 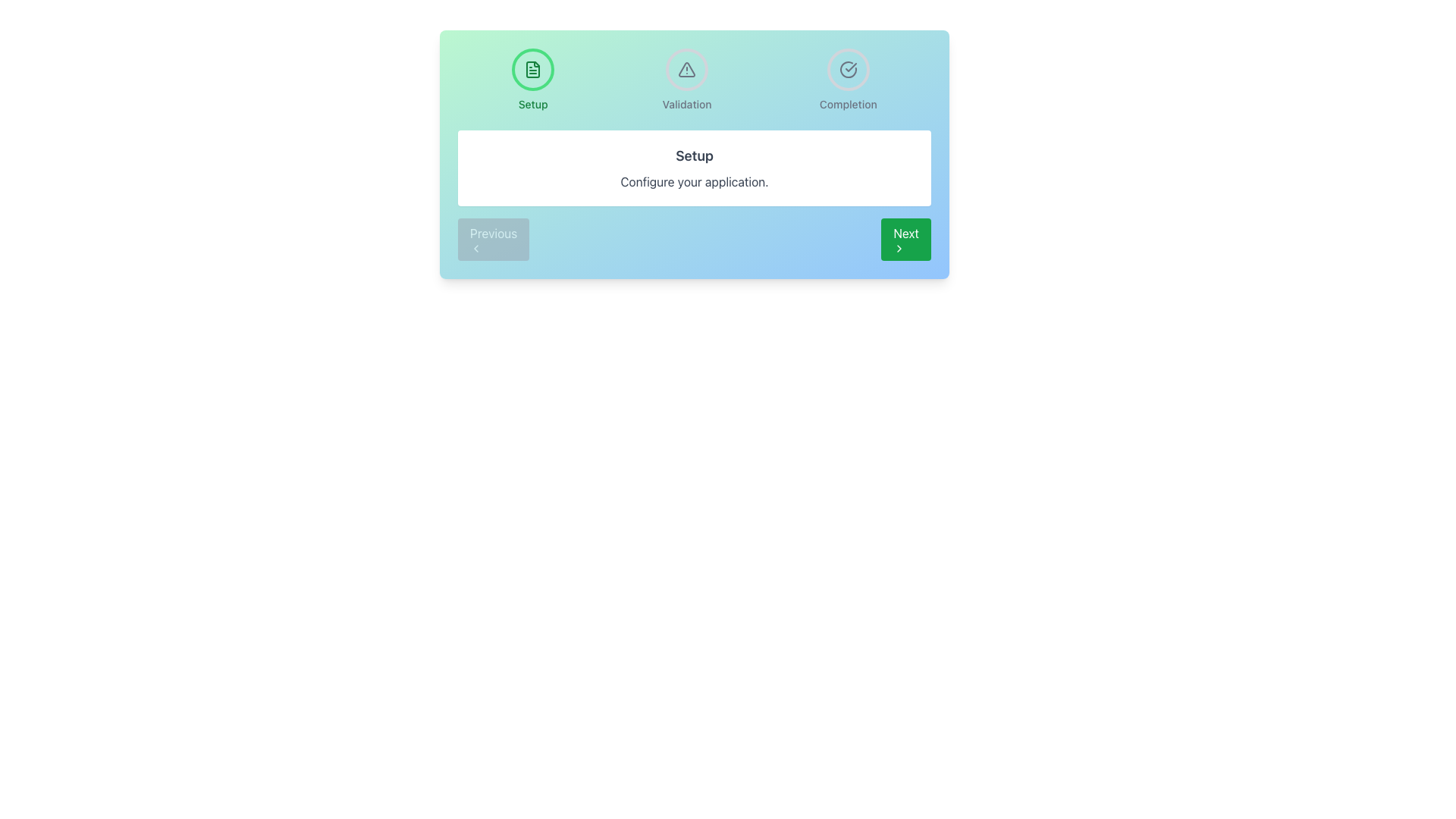 I want to click on the green circular icon labeled 'Setup' located at the top of the page, which displays a document image and a bold text label underneath, so click(x=533, y=80).